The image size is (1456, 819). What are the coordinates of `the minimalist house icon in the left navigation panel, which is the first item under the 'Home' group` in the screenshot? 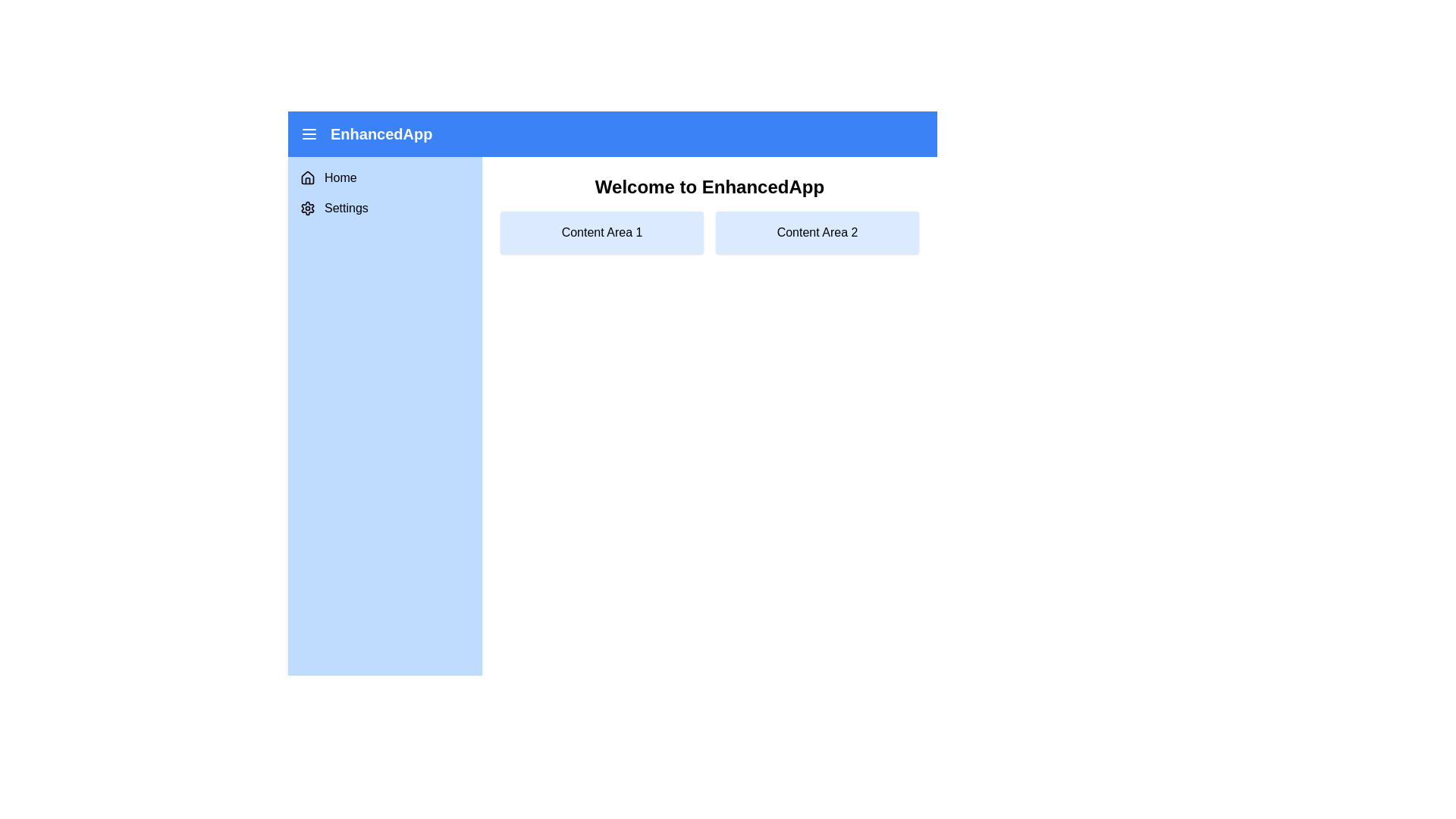 It's located at (307, 177).